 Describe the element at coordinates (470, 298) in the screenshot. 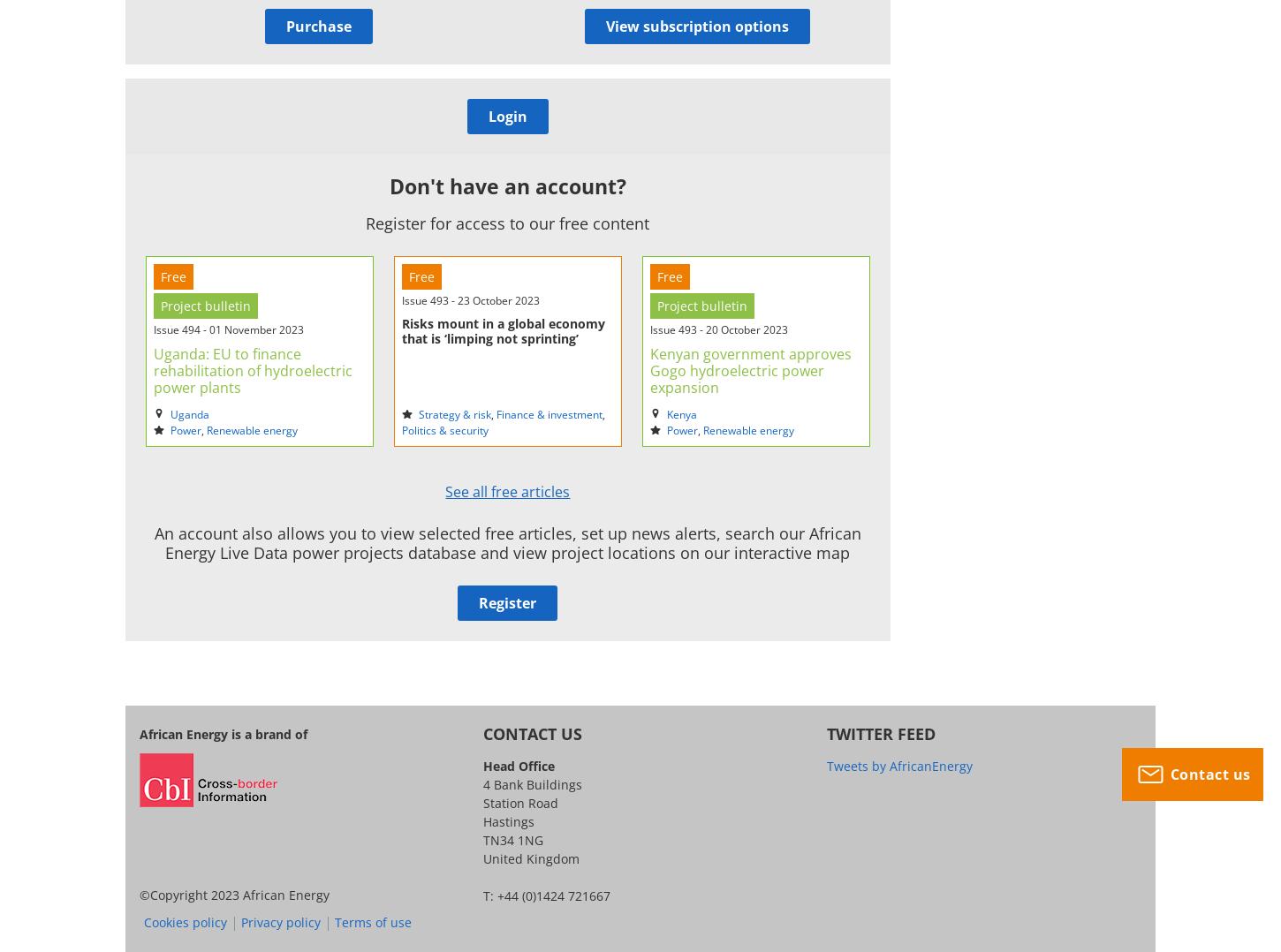

I see `'Issue 493
                                     - 23 October 2023'` at that location.